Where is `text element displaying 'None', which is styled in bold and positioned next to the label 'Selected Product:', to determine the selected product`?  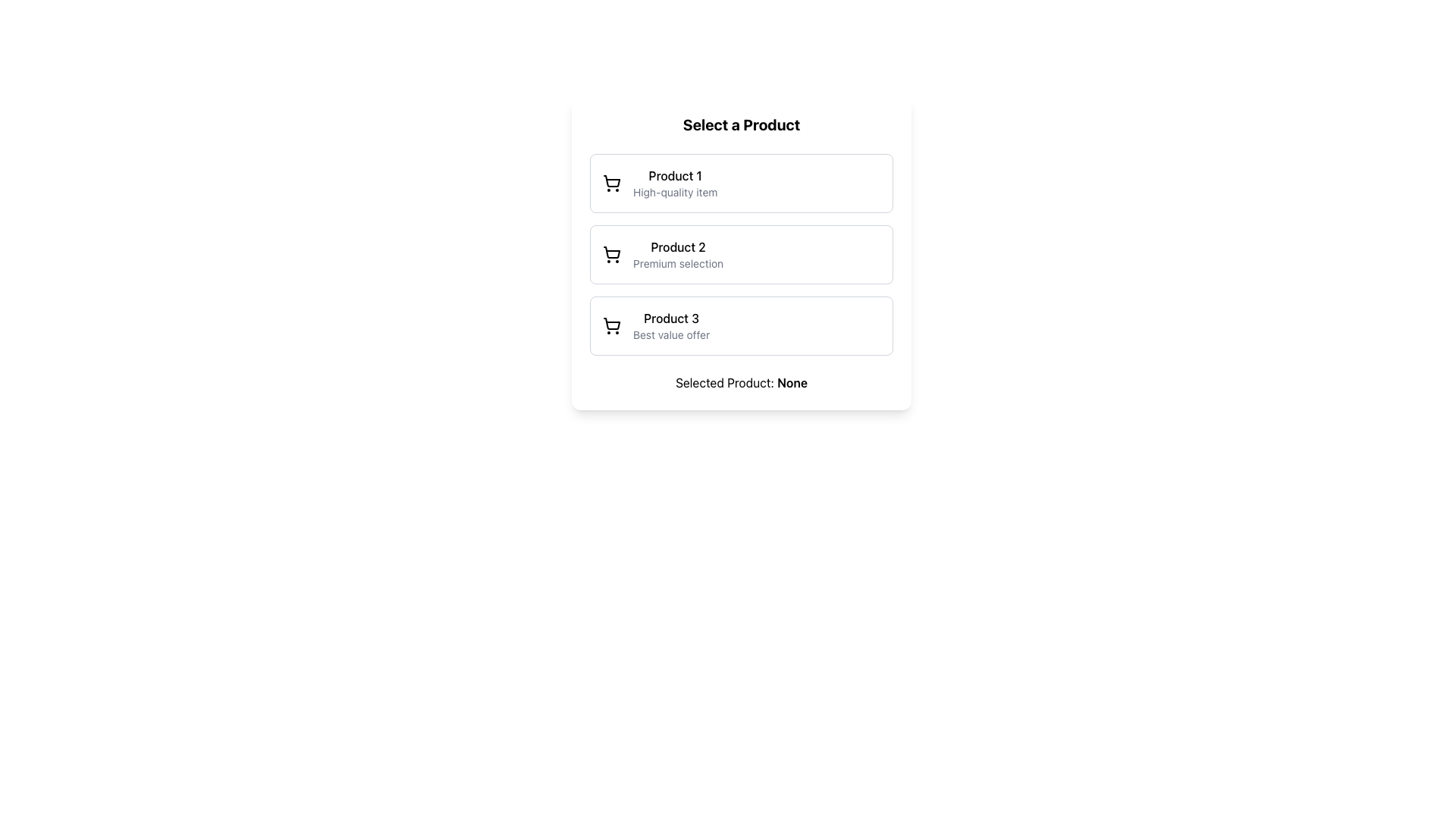
text element displaying 'None', which is styled in bold and positioned next to the label 'Selected Product:', to determine the selected product is located at coordinates (792, 382).